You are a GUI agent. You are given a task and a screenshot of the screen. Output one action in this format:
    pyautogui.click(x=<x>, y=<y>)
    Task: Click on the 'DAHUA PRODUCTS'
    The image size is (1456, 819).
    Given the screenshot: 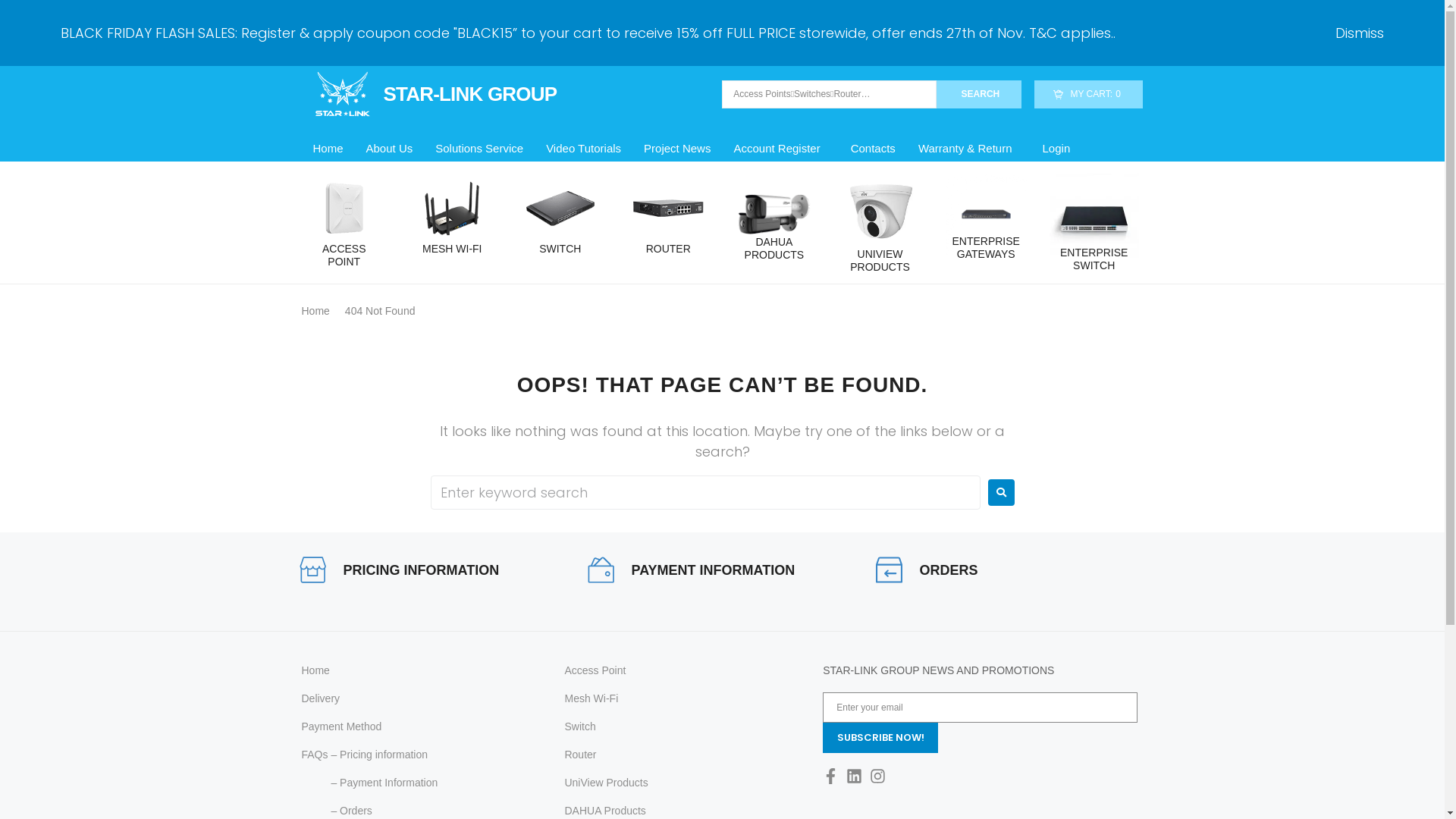 What is the action you would take?
    pyautogui.click(x=774, y=247)
    